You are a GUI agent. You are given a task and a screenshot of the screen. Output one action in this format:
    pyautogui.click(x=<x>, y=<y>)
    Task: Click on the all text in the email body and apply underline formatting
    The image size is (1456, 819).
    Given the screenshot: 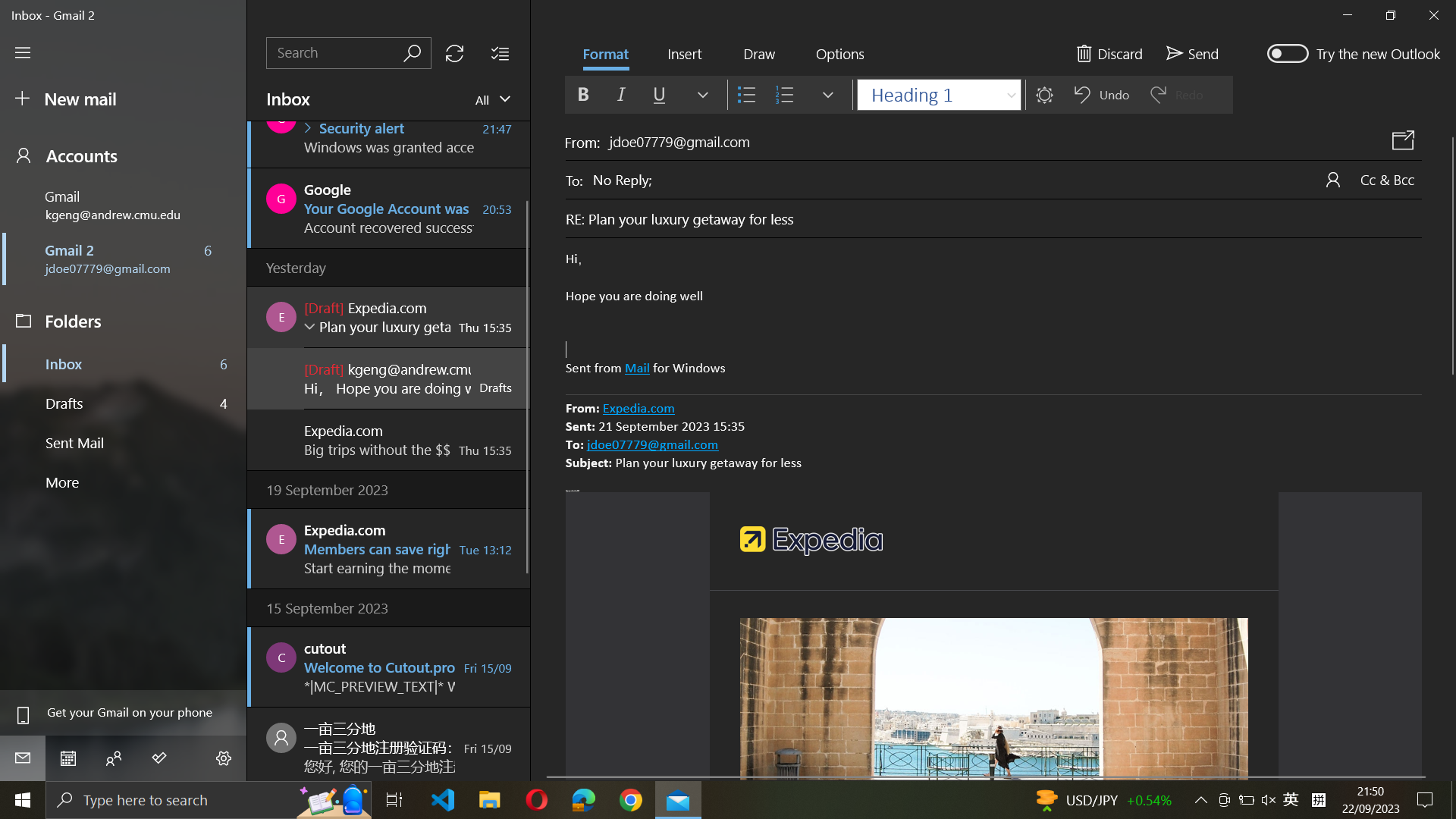 What is the action you would take?
    pyautogui.click(x=993, y=314)
    